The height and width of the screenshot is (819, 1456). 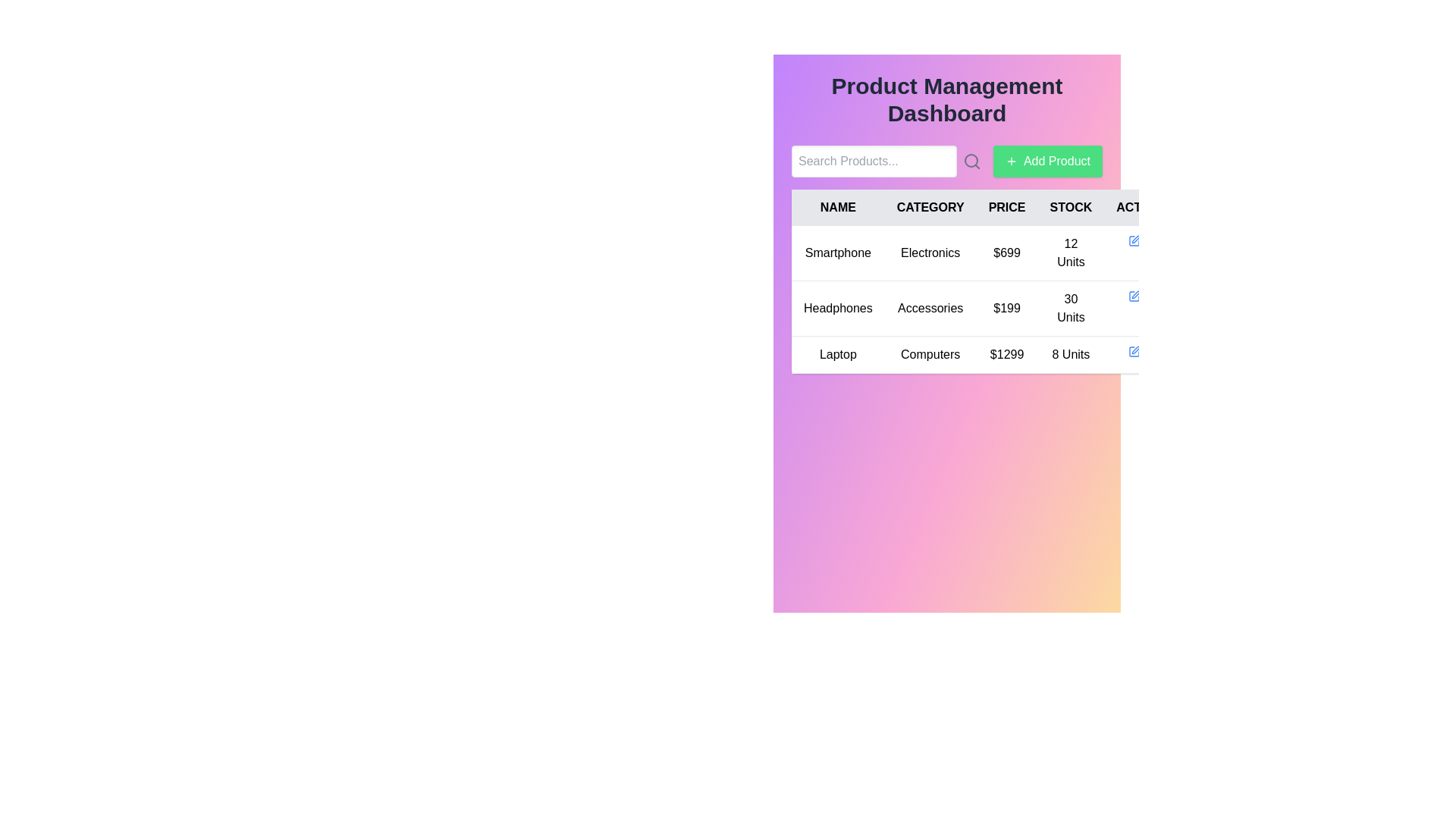 I want to click on the text label displaying the product name 'Laptop' in the third row of the product details table, positioned under the 'NAME' column, so click(x=837, y=354).